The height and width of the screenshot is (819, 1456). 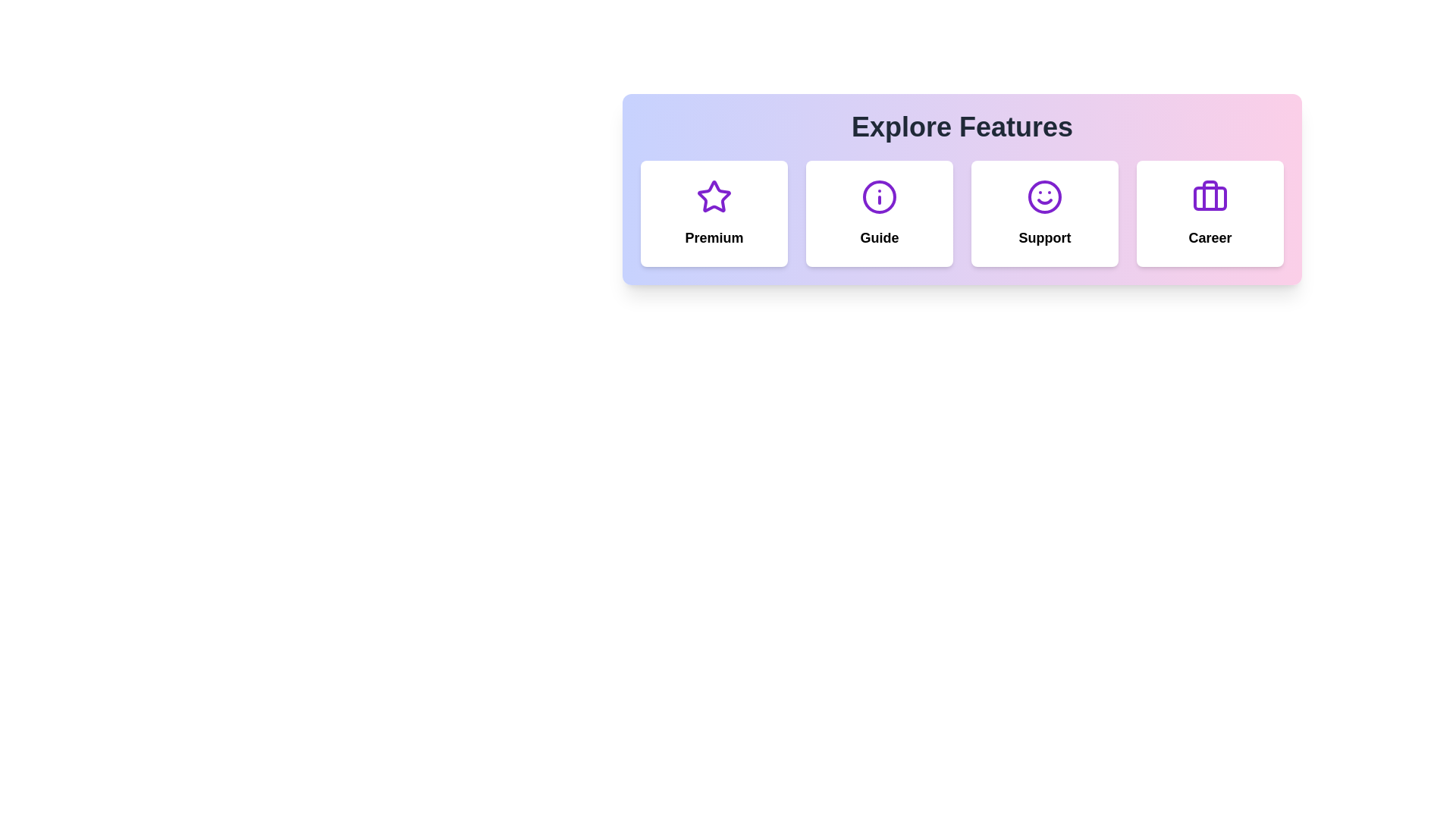 What do you see at coordinates (1043, 196) in the screenshot?
I see `the 'Support' icon located in the third feature block, positioned between the 'Guide' icon on the left and the 'Career' icon on the right` at bounding box center [1043, 196].